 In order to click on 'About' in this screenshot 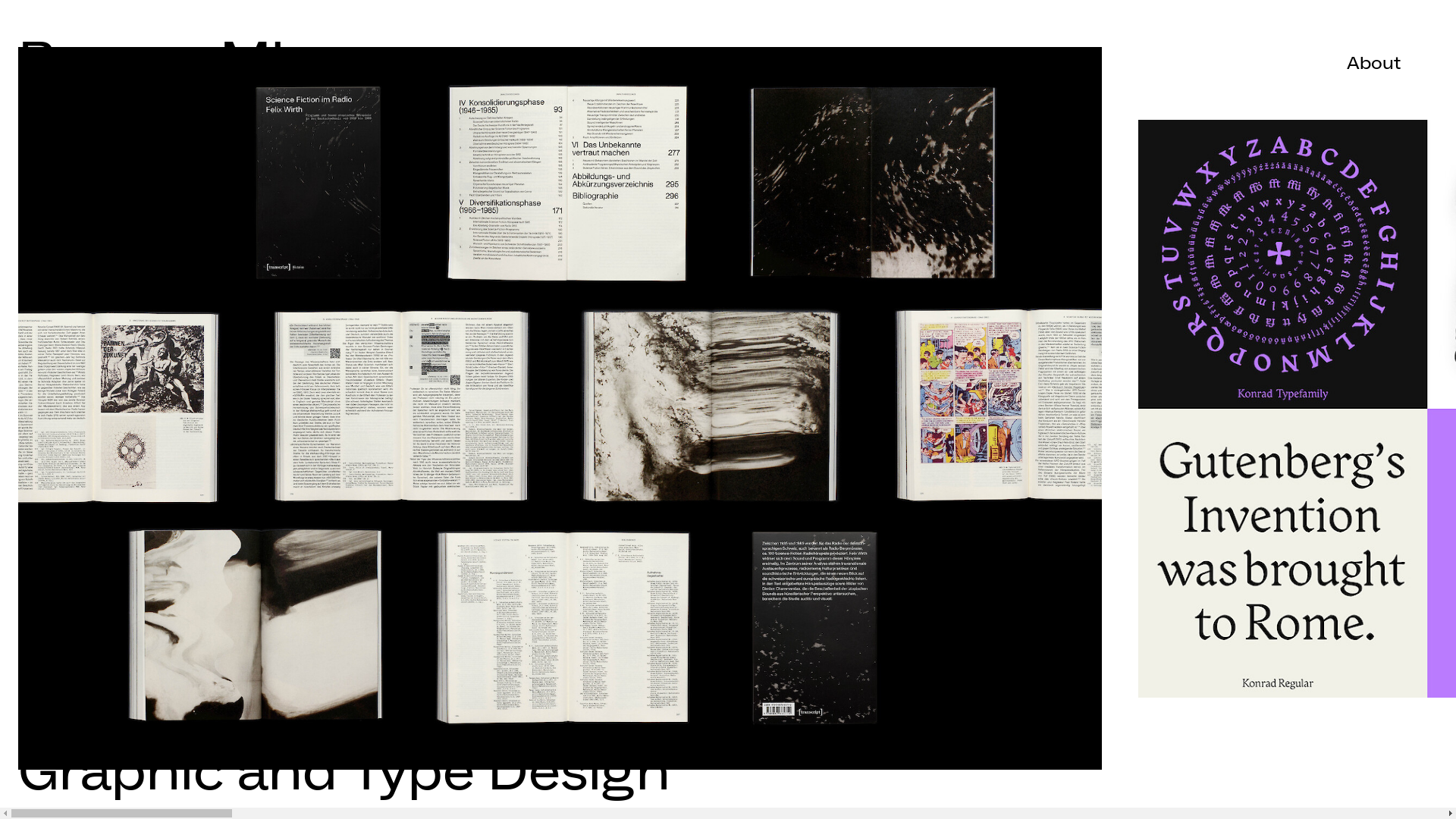, I will do `click(1374, 62)`.